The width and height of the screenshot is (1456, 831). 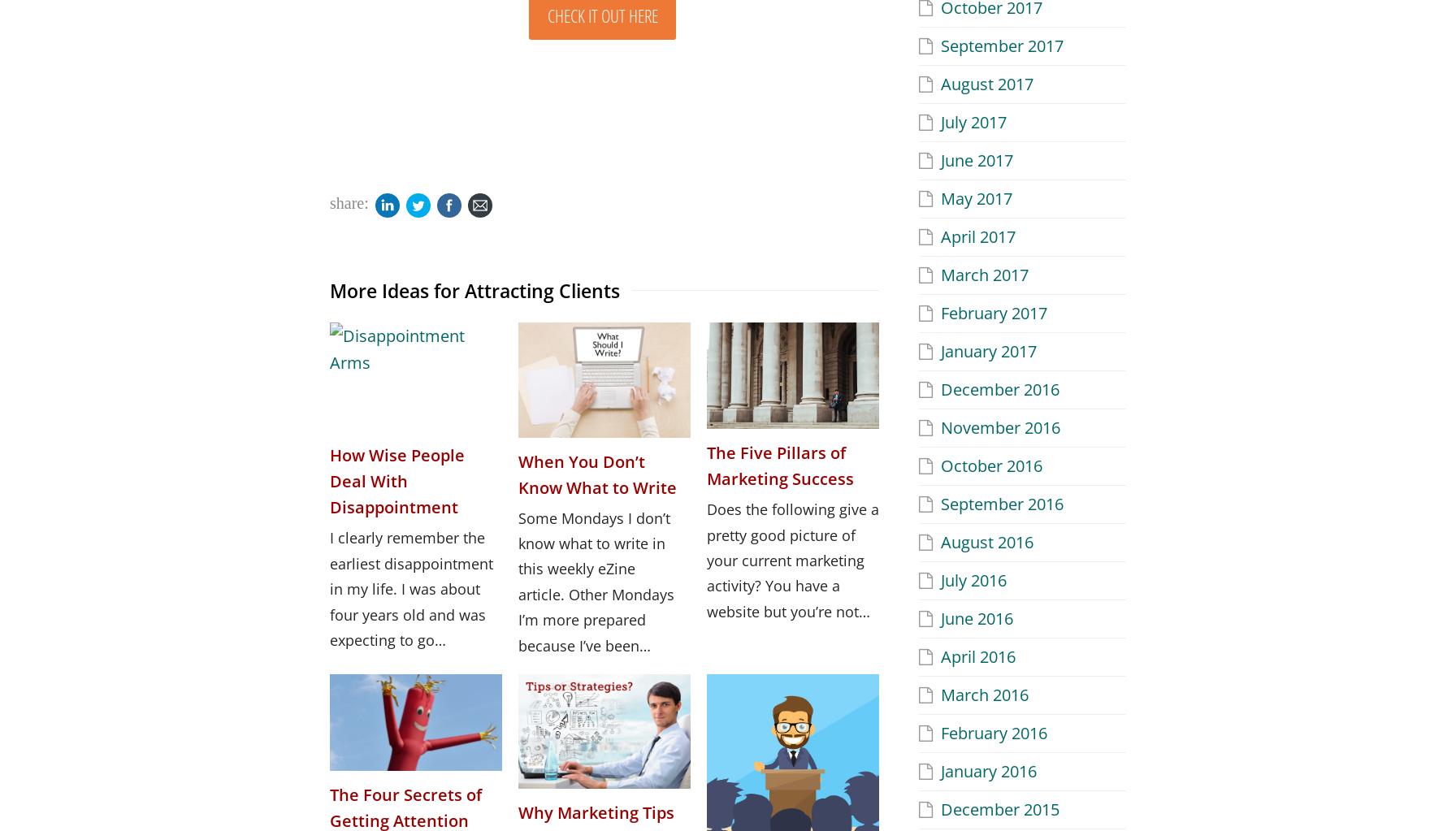 What do you see at coordinates (1000, 426) in the screenshot?
I see `'November 2016'` at bounding box center [1000, 426].